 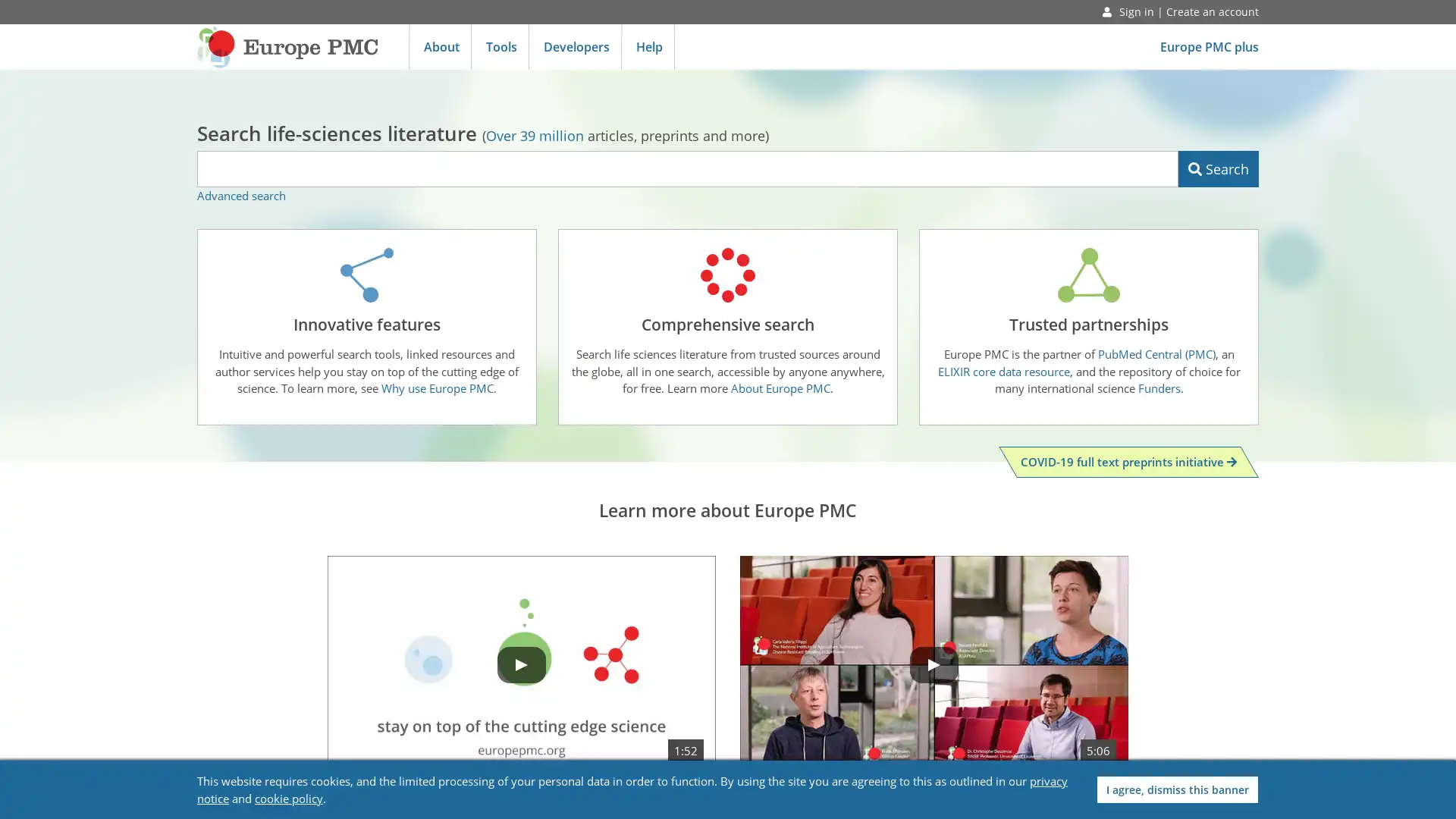 I want to click on Search, so click(x=1219, y=169).